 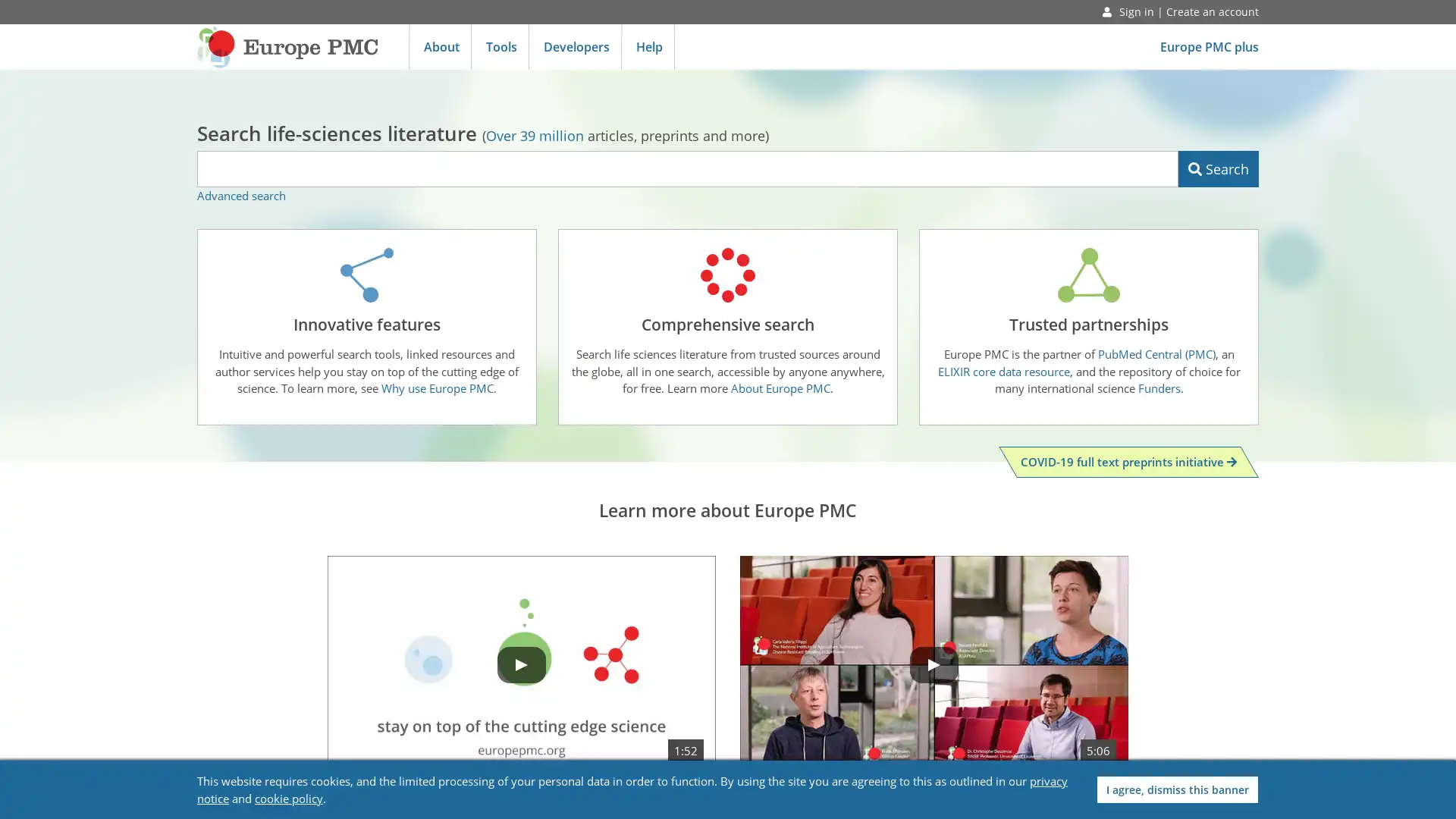 I want to click on Search, so click(x=1219, y=169).